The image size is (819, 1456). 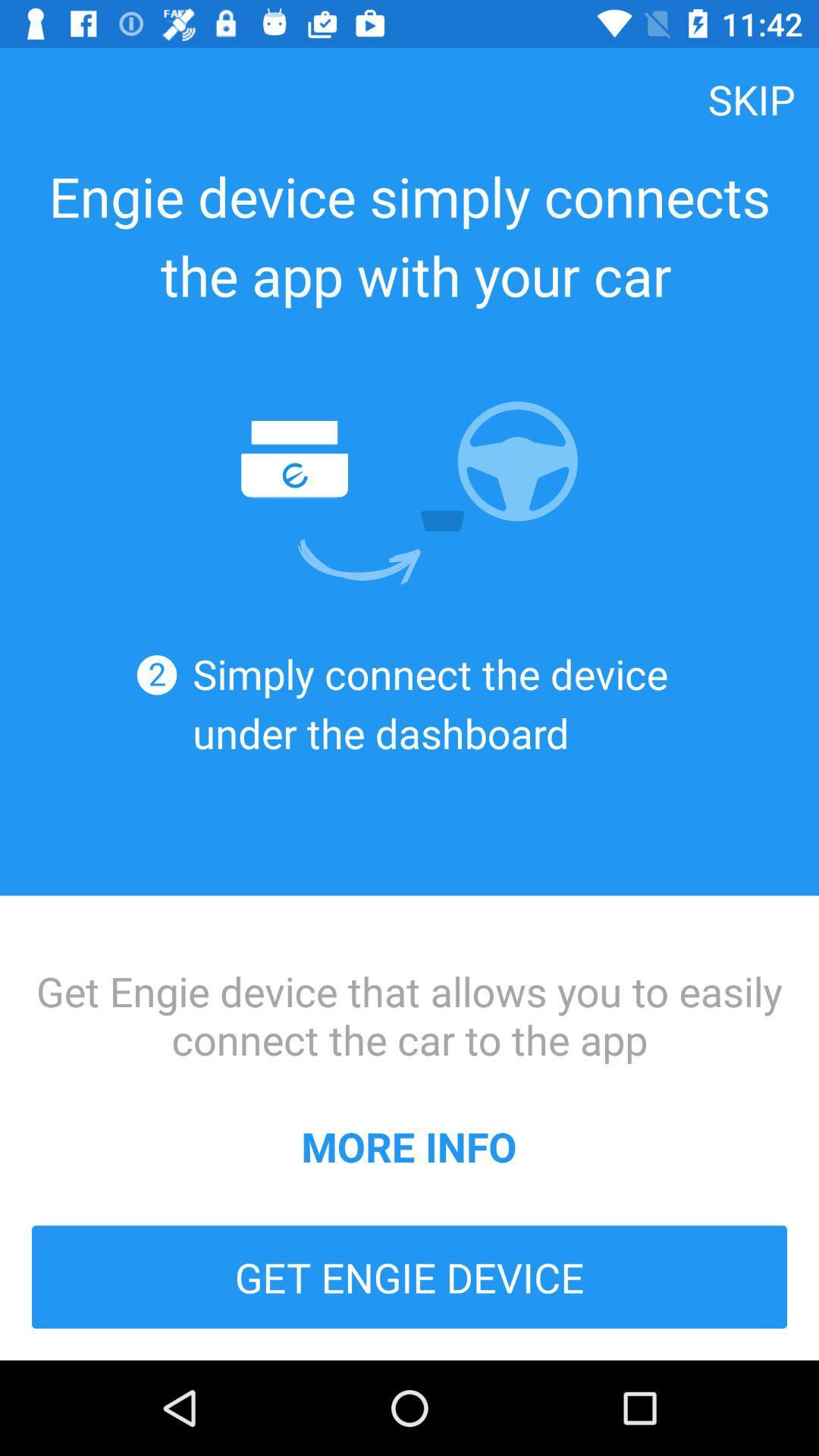 I want to click on more info item, so click(x=408, y=1146).